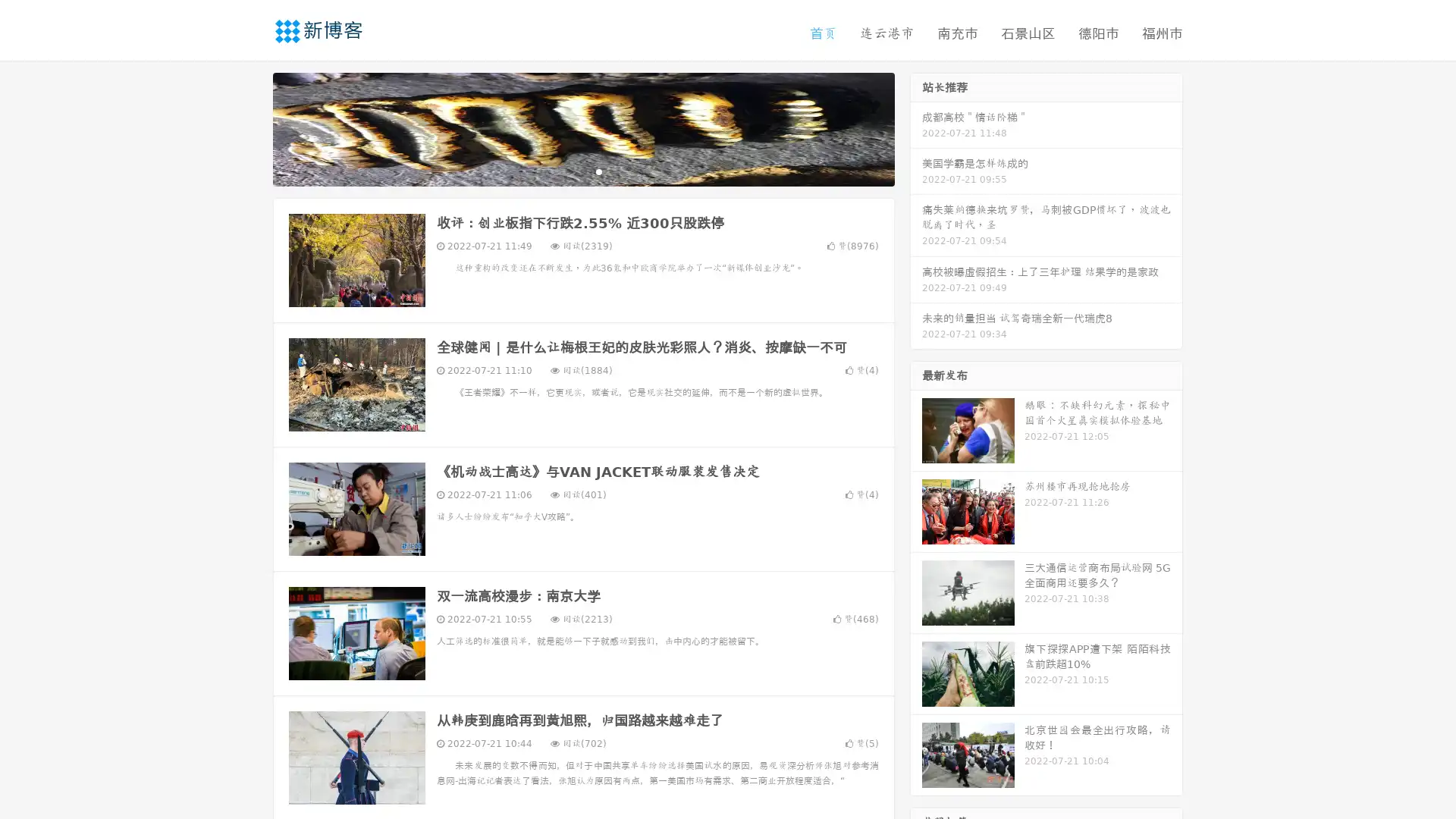  What do you see at coordinates (582, 171) in the screenshot?
I see `Go to slide 2` at bounding box center [582, 171].